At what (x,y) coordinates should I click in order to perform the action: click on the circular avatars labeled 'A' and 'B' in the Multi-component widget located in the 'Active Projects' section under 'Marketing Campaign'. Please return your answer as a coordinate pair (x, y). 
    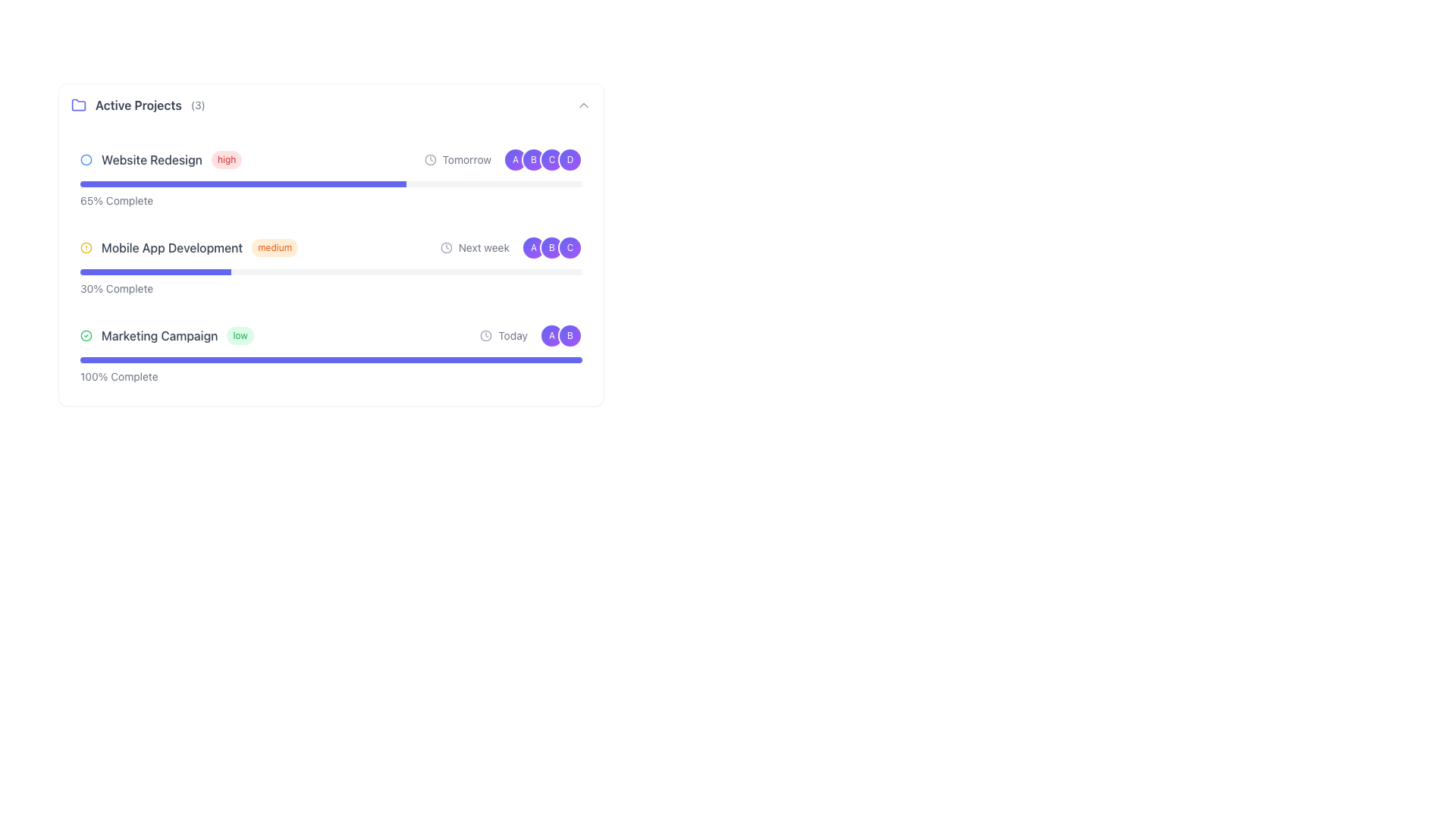
    Looking at the image, I should click on (531, 335).